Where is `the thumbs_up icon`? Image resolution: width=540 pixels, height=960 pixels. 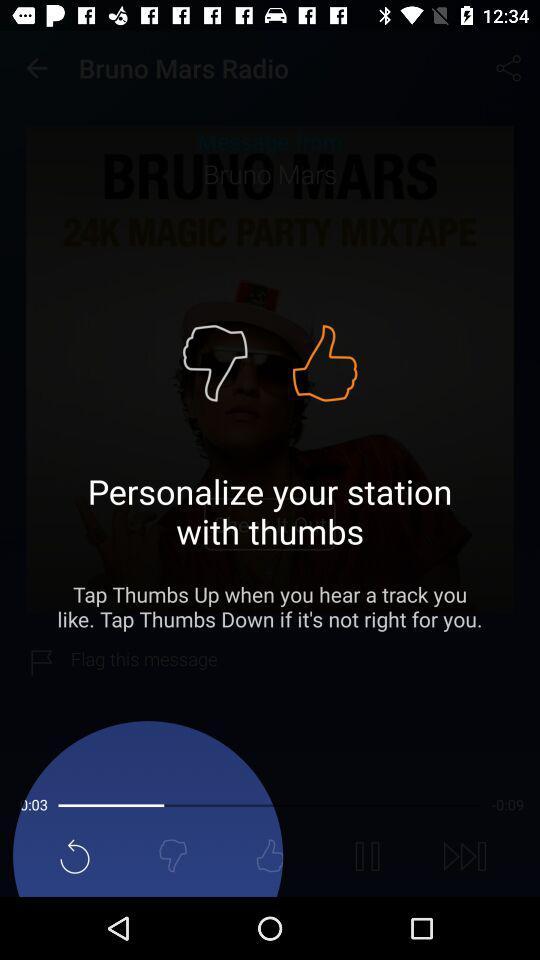
the thumbs_up icon is located at coordinates (270, 855).